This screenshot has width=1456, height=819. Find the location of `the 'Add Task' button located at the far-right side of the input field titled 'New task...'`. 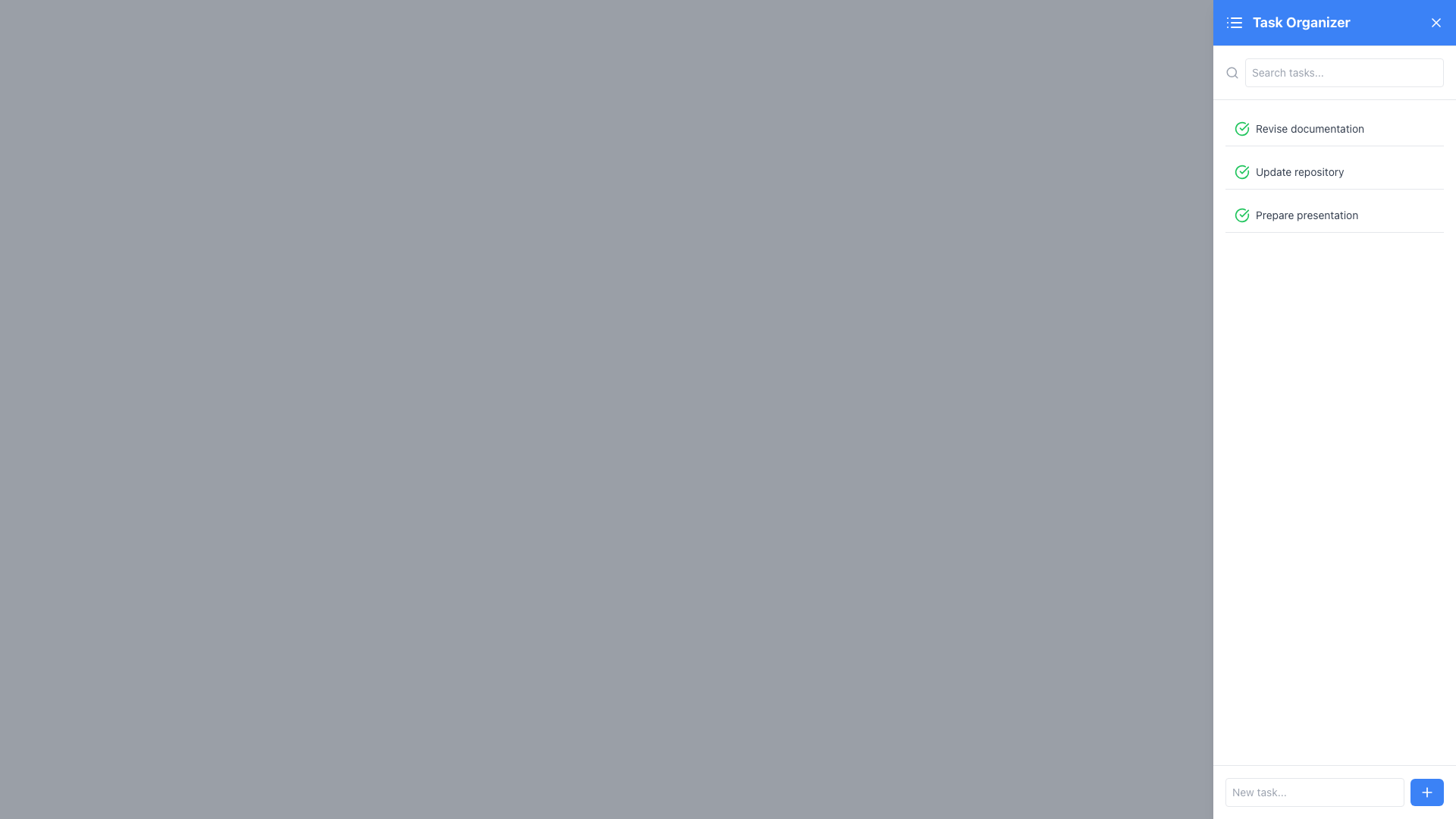

the 'Add Task' button located at the far-right side of the input field titled 'New task...' is located at coordinates (1426, 792).